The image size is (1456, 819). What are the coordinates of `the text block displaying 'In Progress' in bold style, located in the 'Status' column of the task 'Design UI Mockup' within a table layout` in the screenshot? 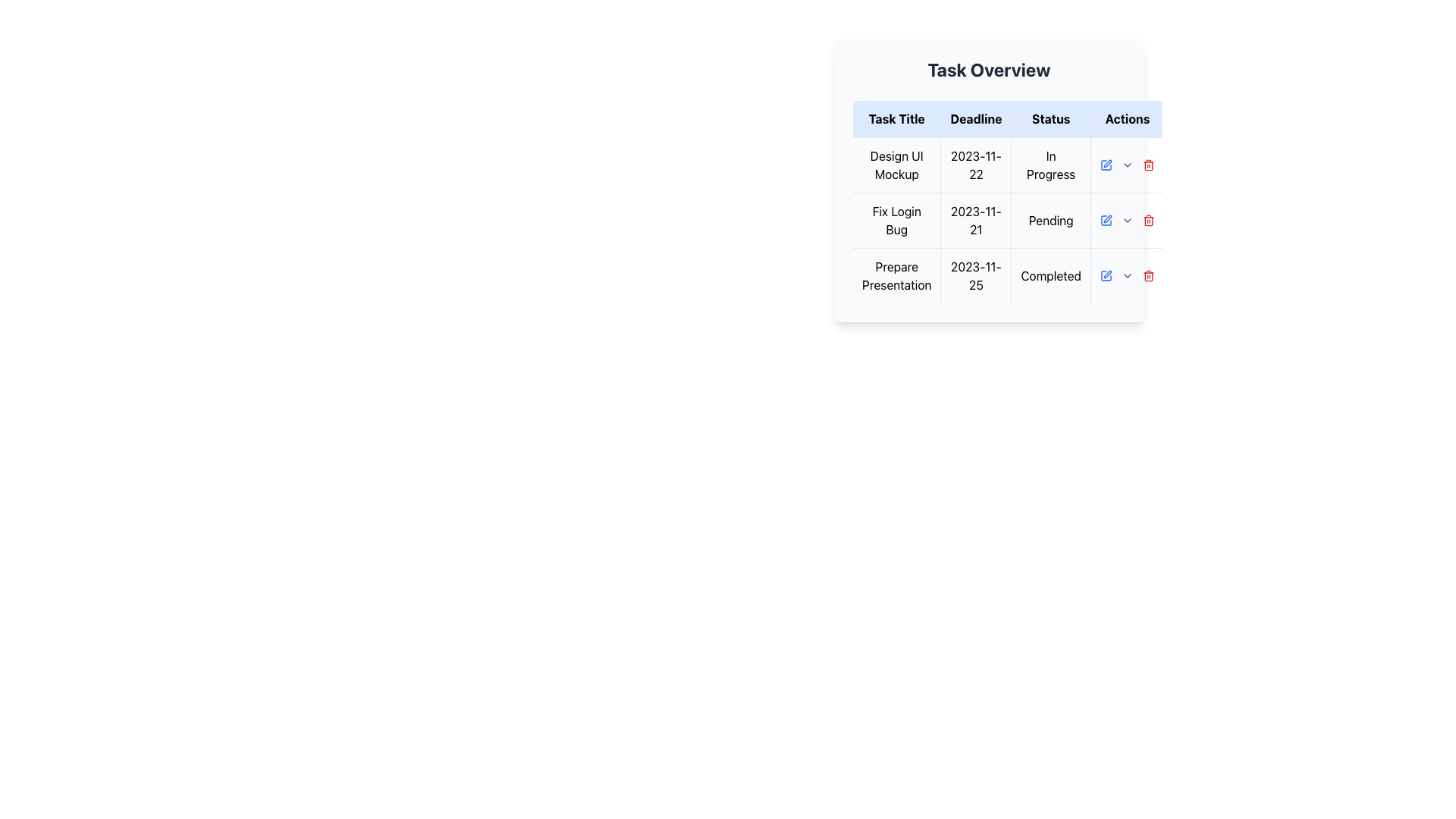 It's located at (1050, 165).